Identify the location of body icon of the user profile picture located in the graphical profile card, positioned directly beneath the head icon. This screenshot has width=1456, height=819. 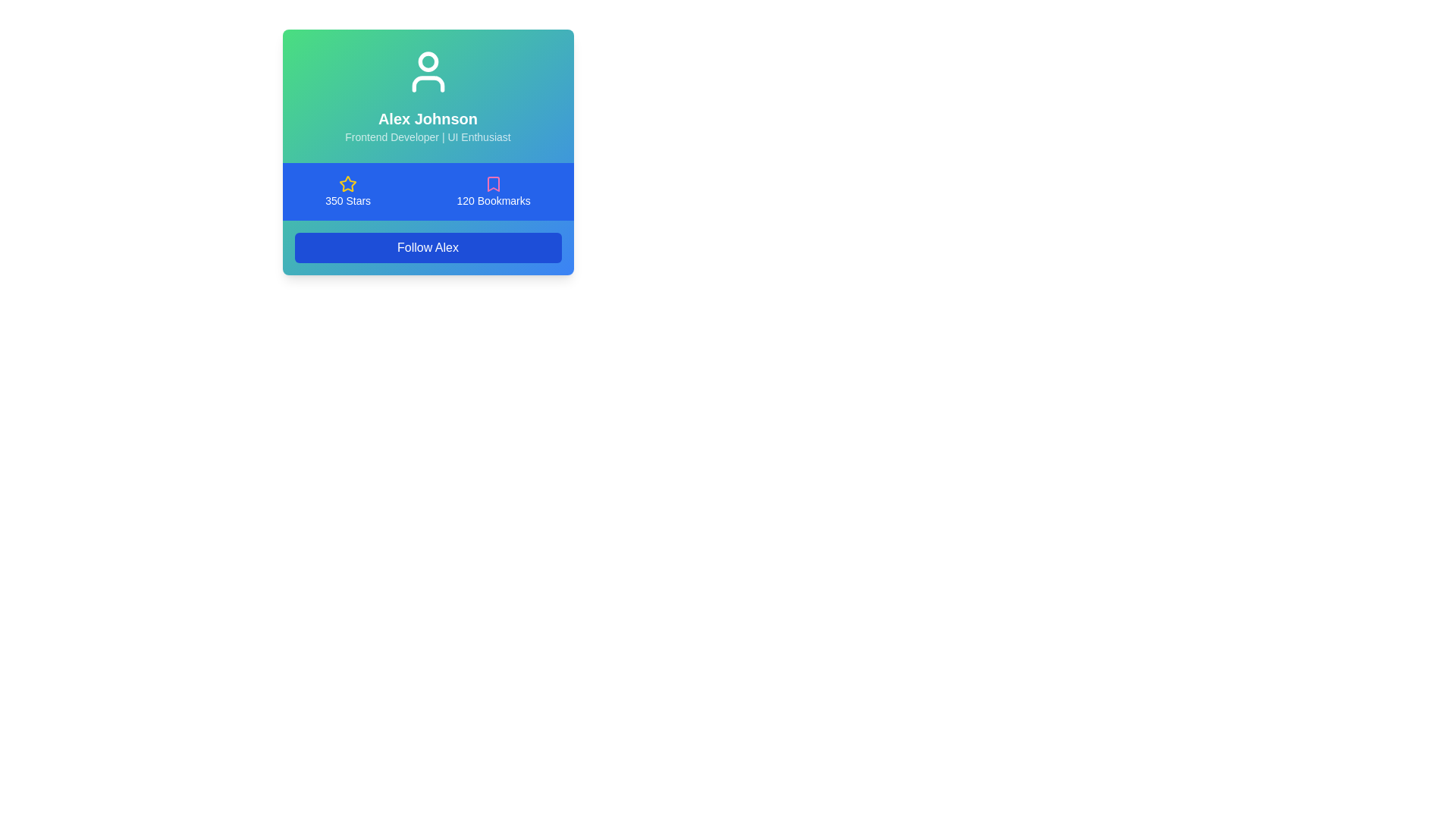
(427, 84).